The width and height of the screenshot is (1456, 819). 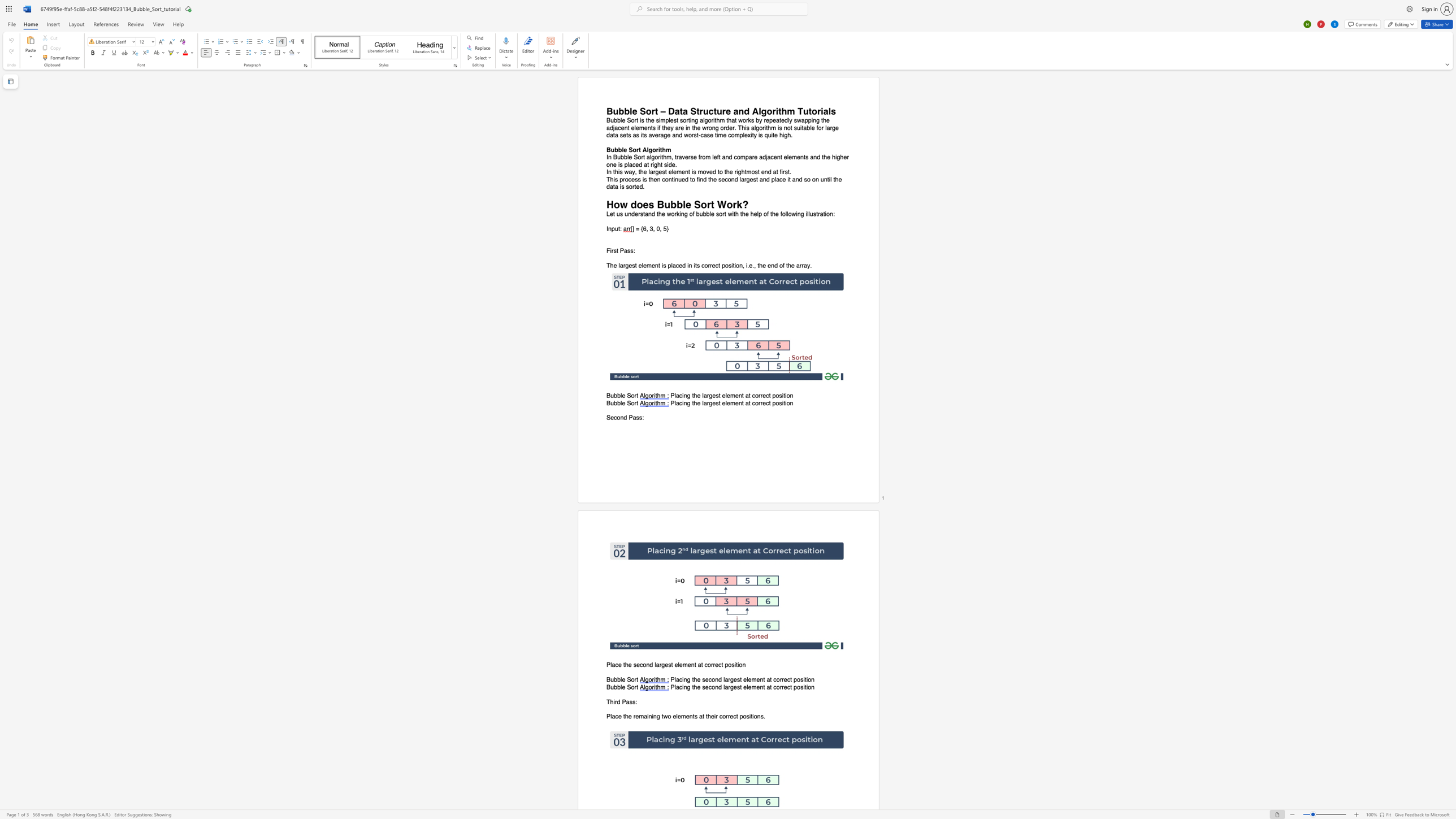 What do you see at coordinates (634, 396) in the screenshot?
I see `the space between the continuous character "o" and "r" in the text` at bounding box center [634, 396].